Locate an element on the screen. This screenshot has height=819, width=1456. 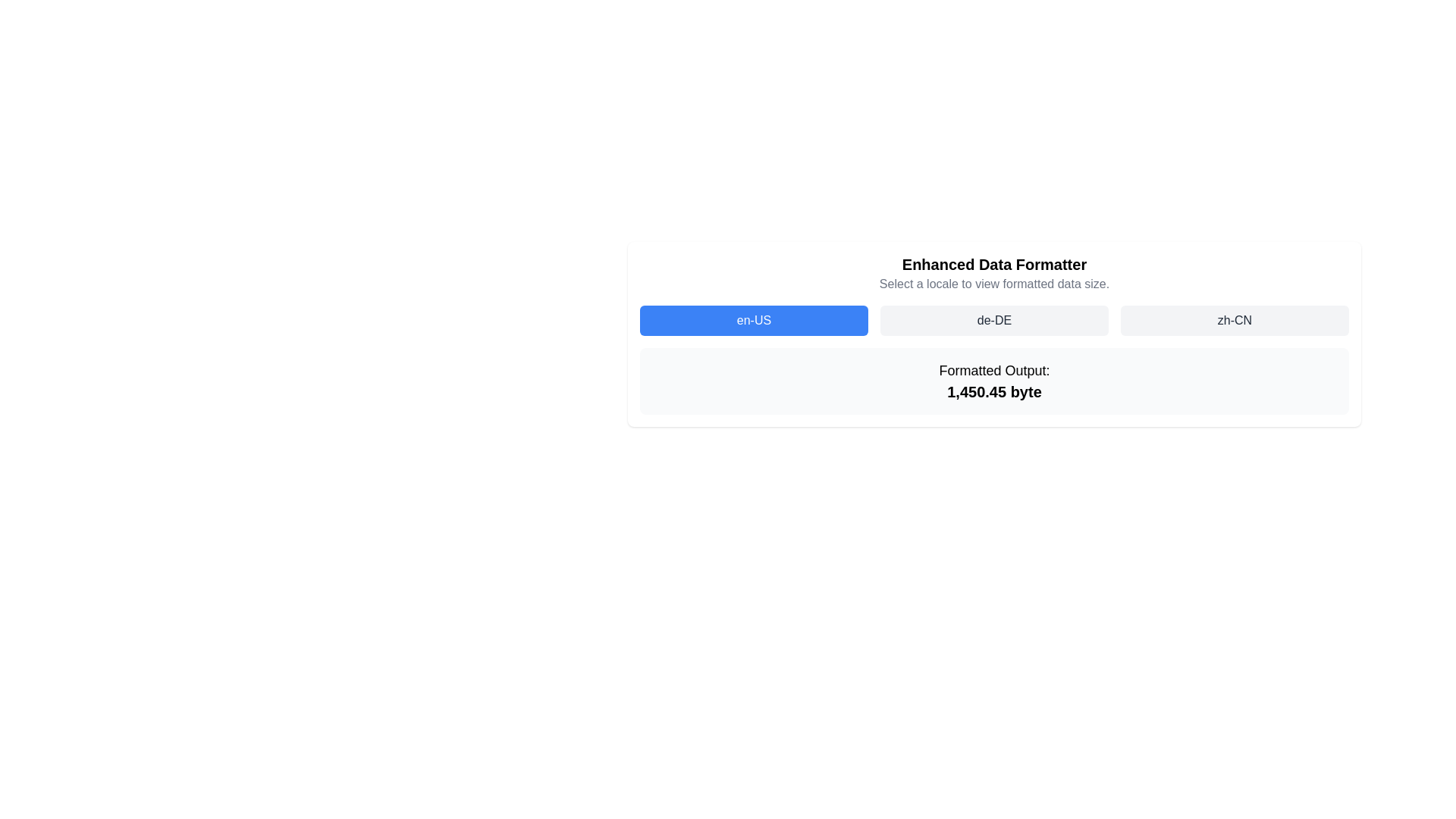
the middle button labeled 'de-DE' is located at coordinates (994, 320).